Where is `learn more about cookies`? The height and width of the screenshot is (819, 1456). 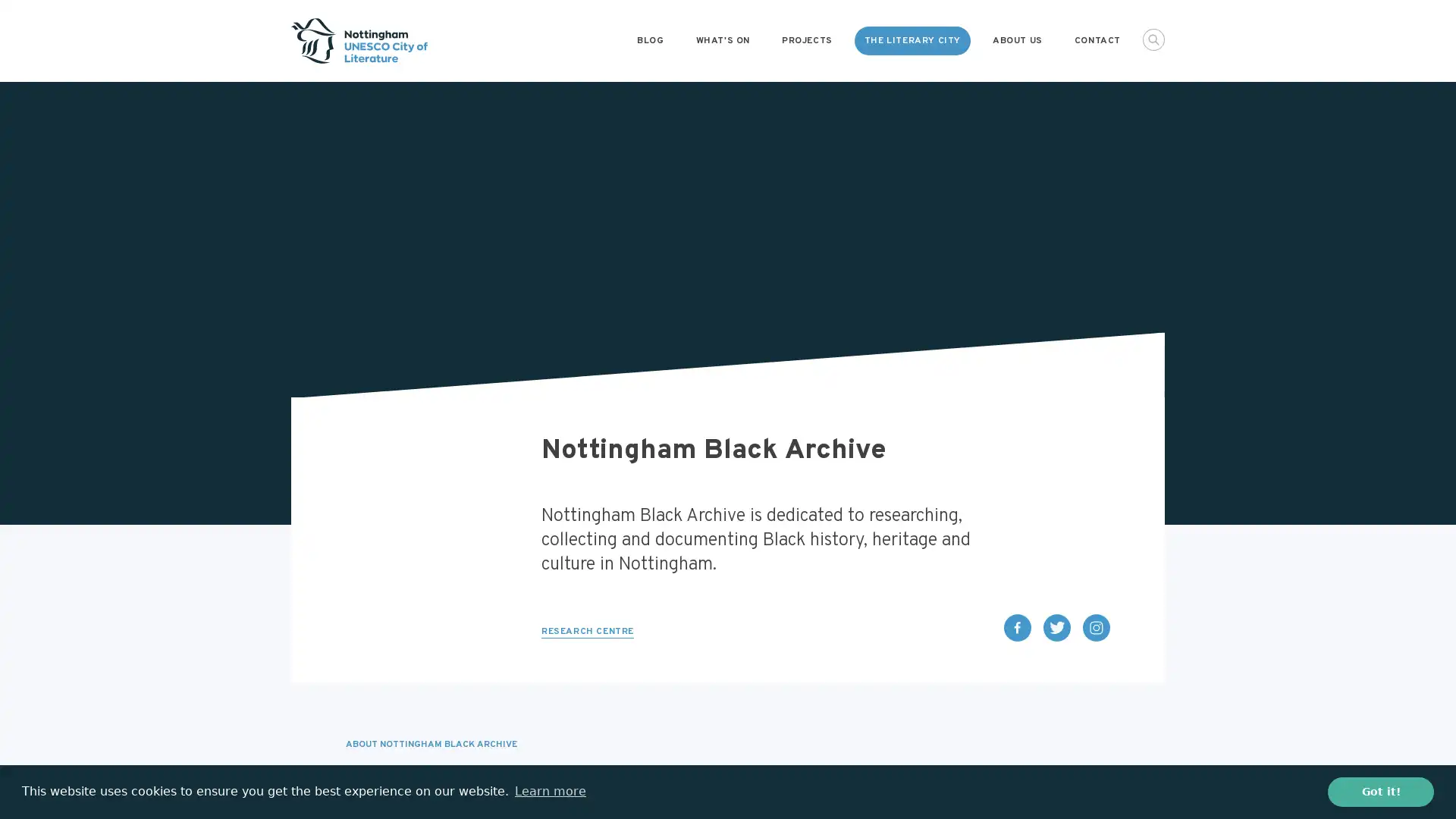 learn more about cookies is located at coordinates (549, 791).